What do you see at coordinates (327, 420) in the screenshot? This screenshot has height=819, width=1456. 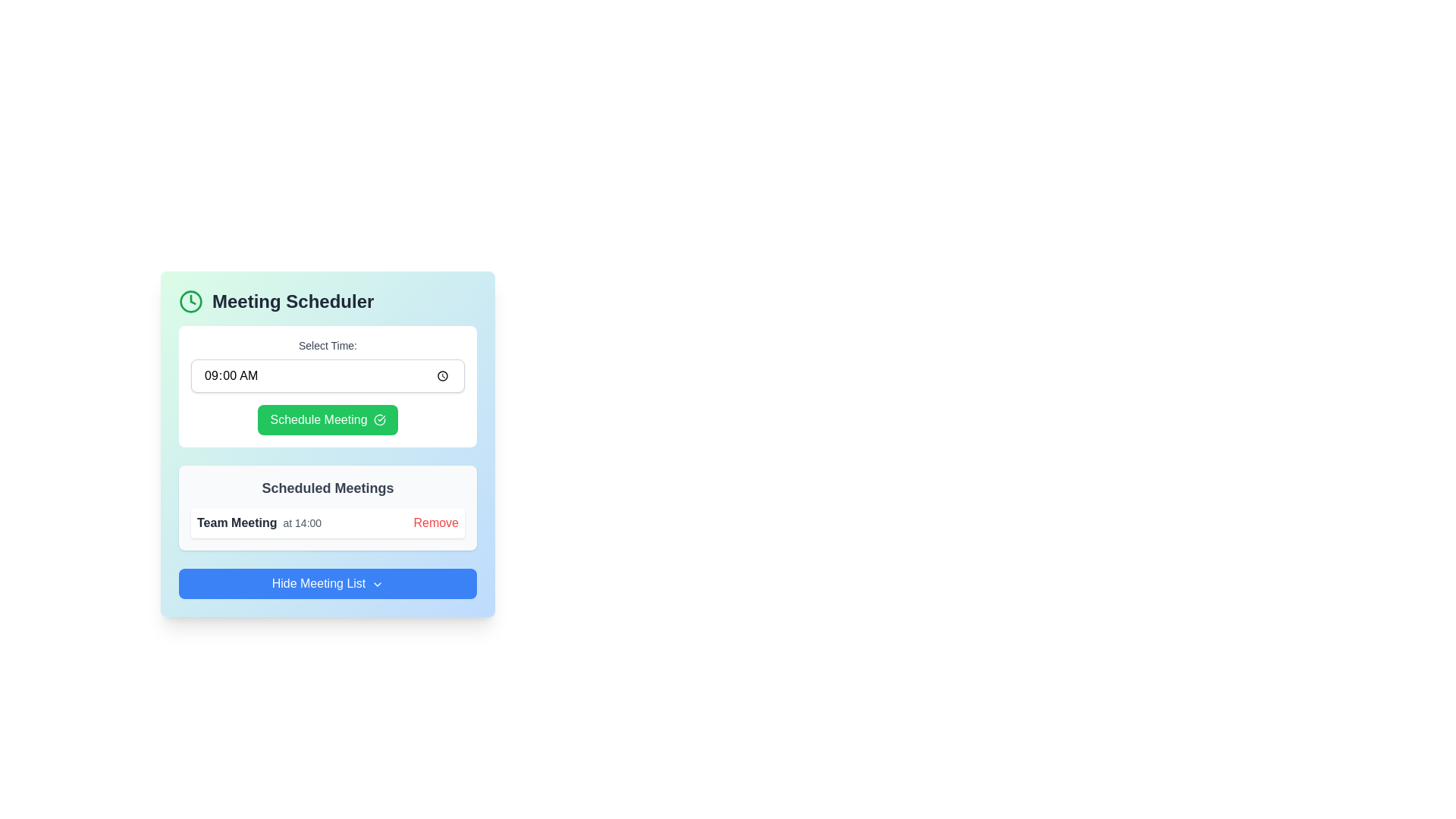 I see `the button used to schedule a meeting, which is located immediately below the 'Select Time:' label and the time input field` at bounding box center [327, 420].